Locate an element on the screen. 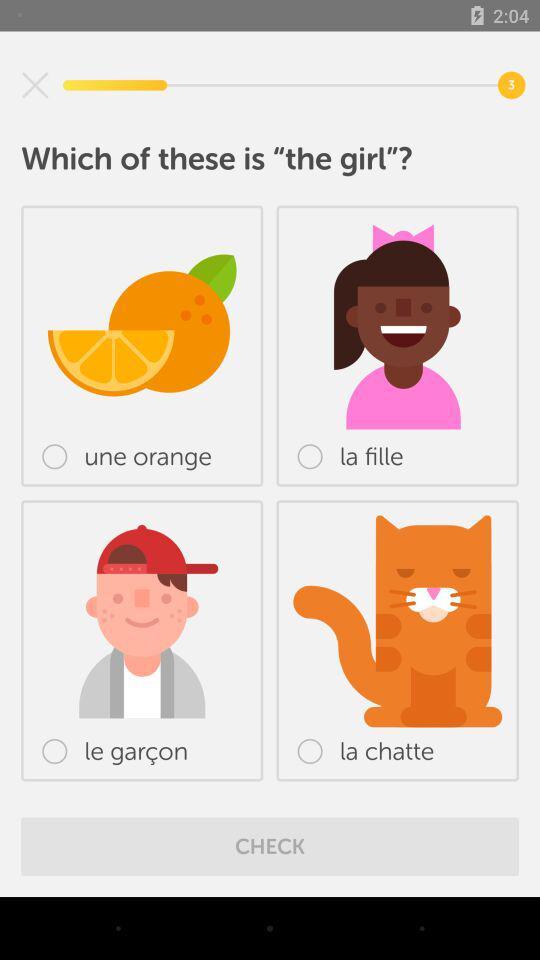 The height and width of the screenshot is (960, 540). the check is located at coordinates (270, 845).